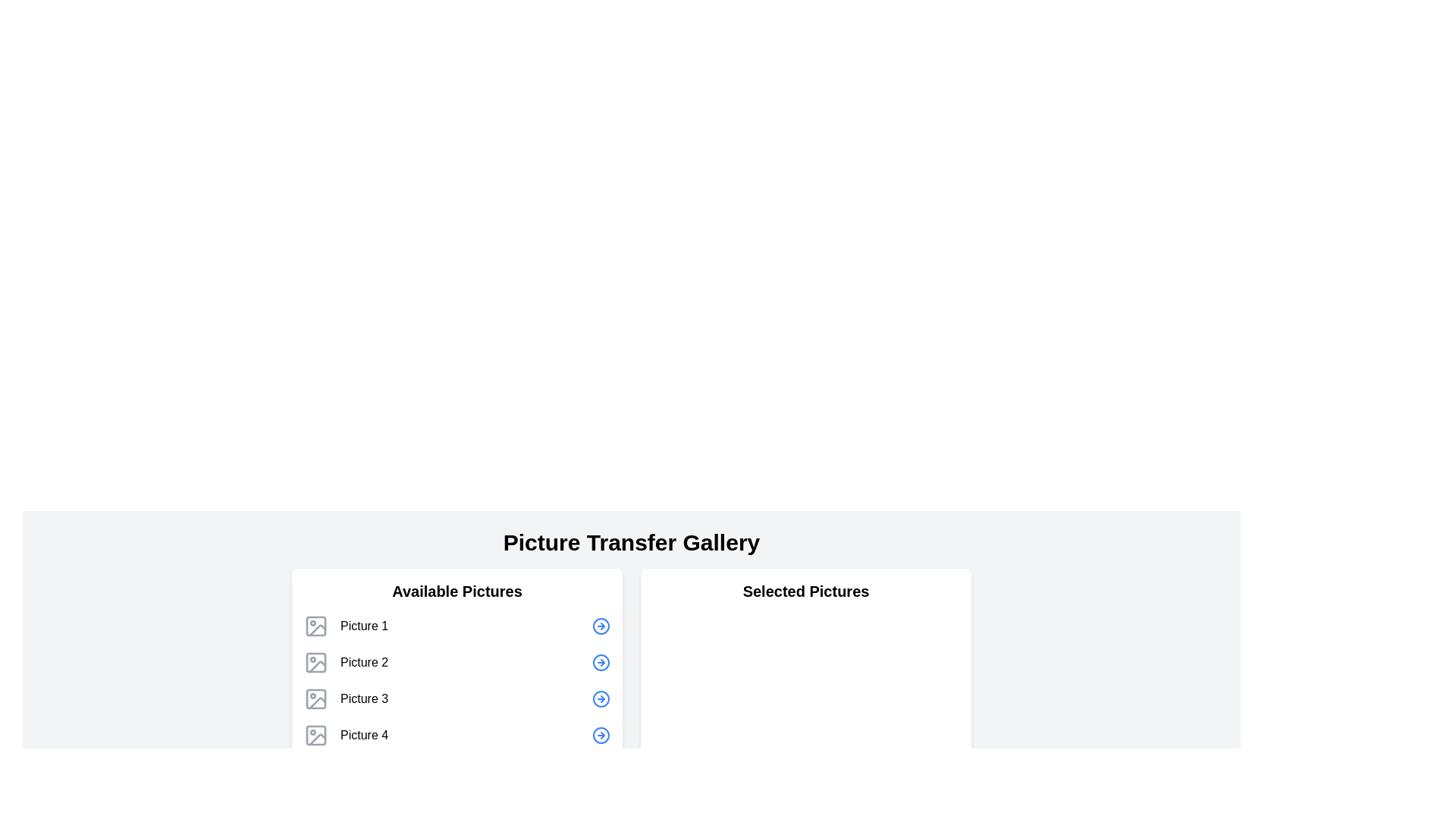  What do you see at coordinates (315, 626) in the screenshot?
I see `the small rectangular shape within the image placeholder icon in the 'Available Pictures' section of the 'Picture Transfer Gallery'` at bounding box center [315, 626].